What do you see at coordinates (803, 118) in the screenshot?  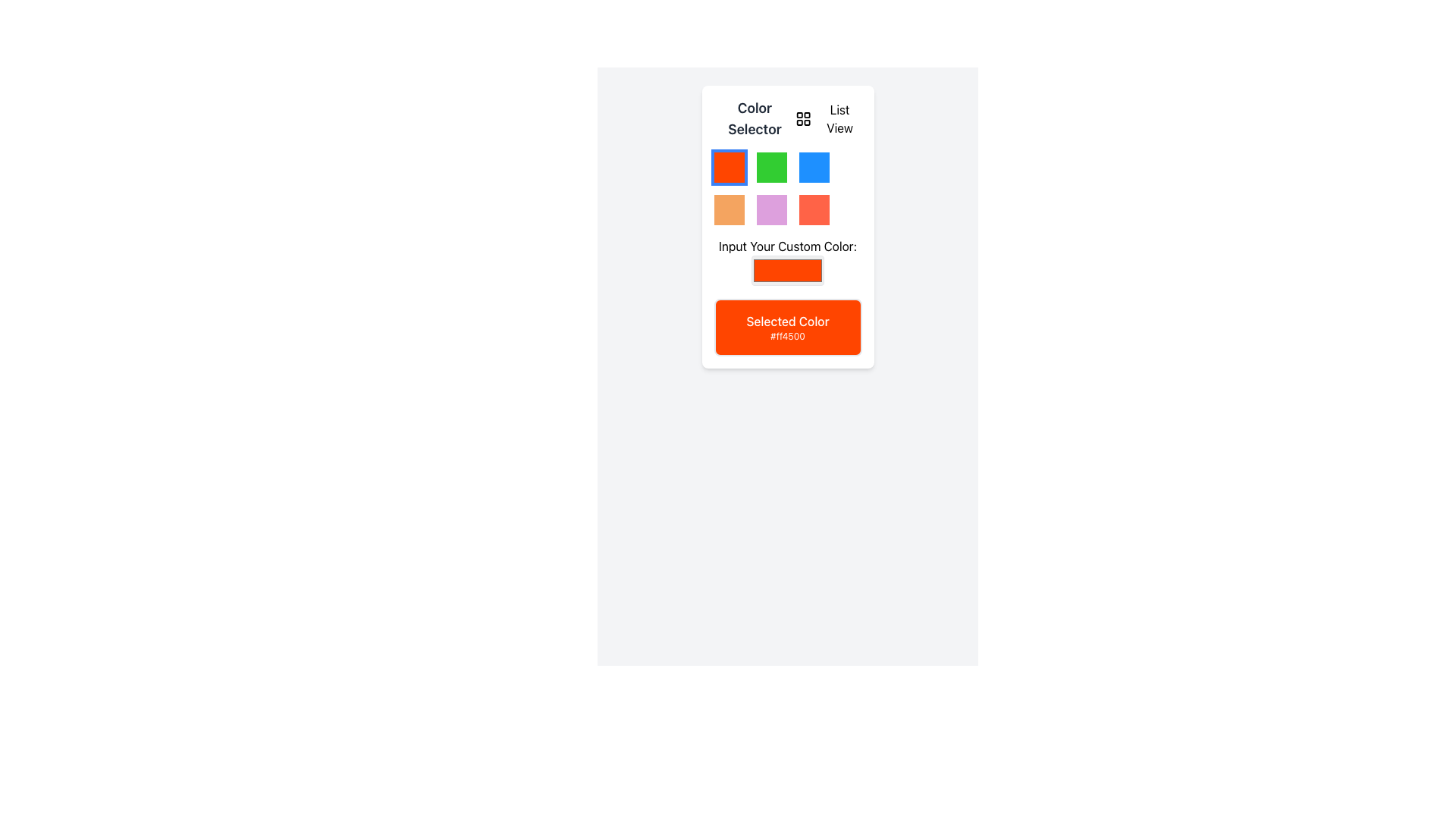 I see `the grid layout icon, which is styled with thin black strokes and composed of four smaller squares arranged in a 2x2 grid, located near the top-right corner of the application card` at bounding box center [803, 118].